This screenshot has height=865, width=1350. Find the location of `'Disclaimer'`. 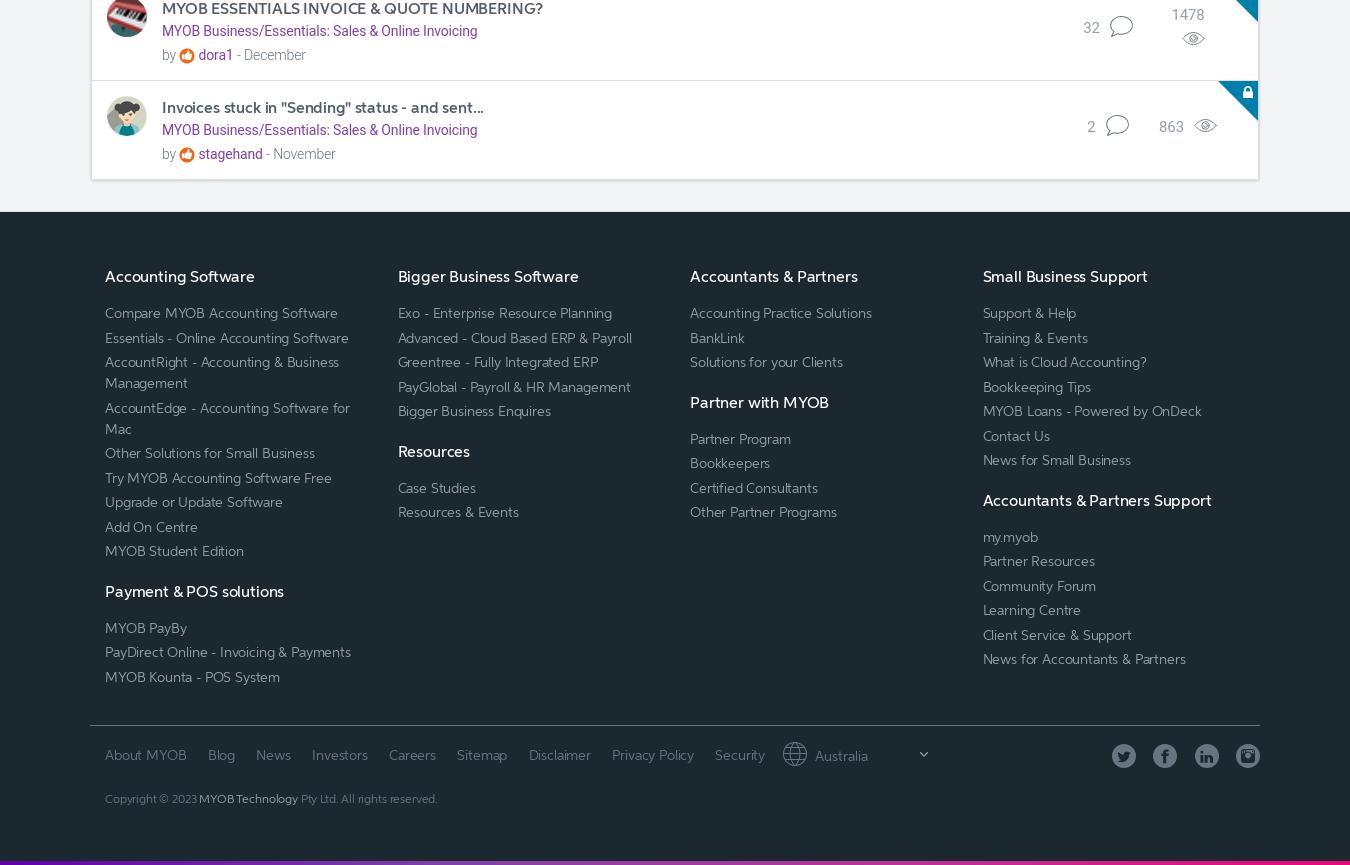

'Disclaimer' is located at coordinates (558, 752).